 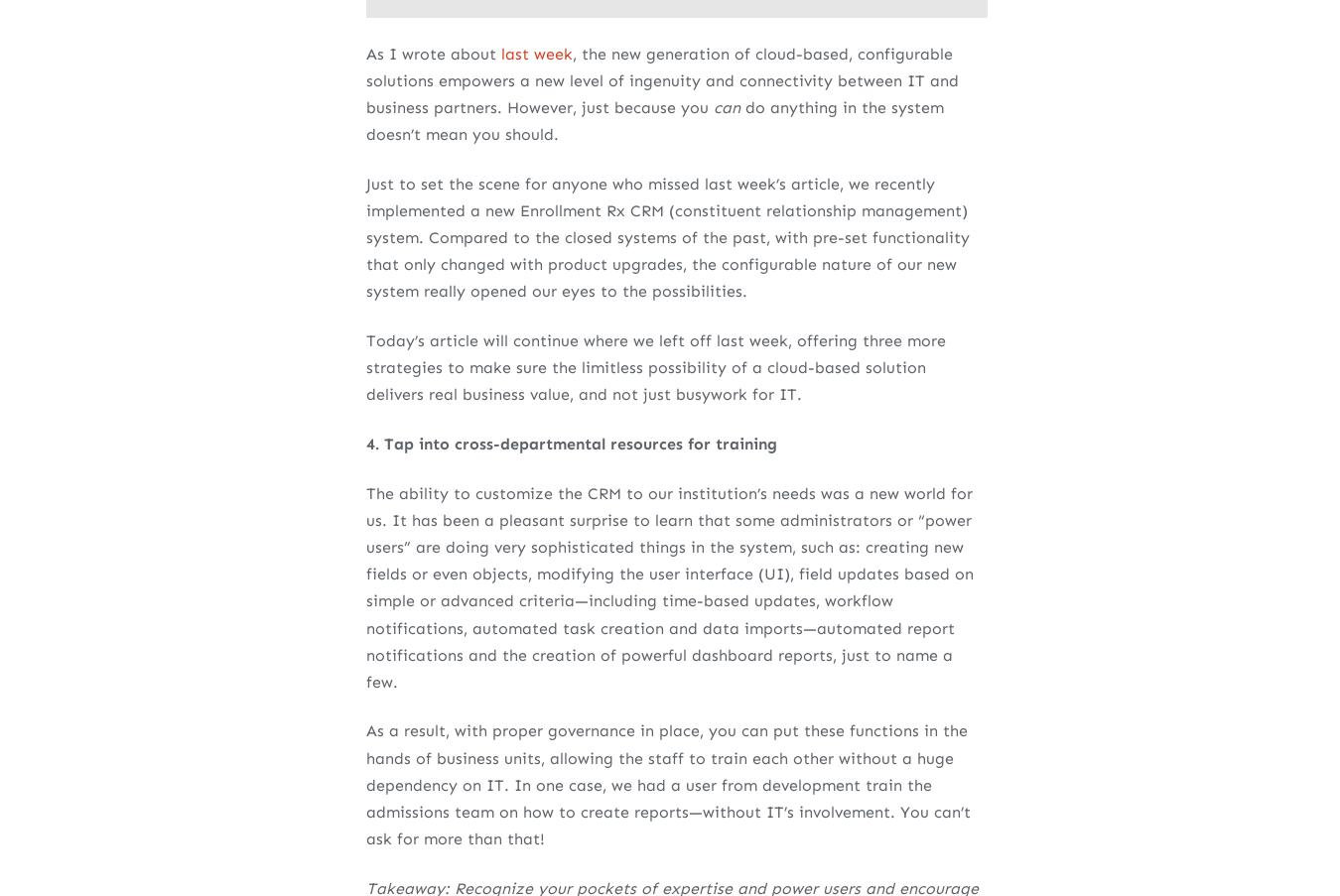 I want to click on 'Today’s article will continue where we left off last week, offering three more strategies to make sure the limitless possibility of a cloud-based solution delivers real business value, and not just busywork for IT.', so click(x=655, y=367).